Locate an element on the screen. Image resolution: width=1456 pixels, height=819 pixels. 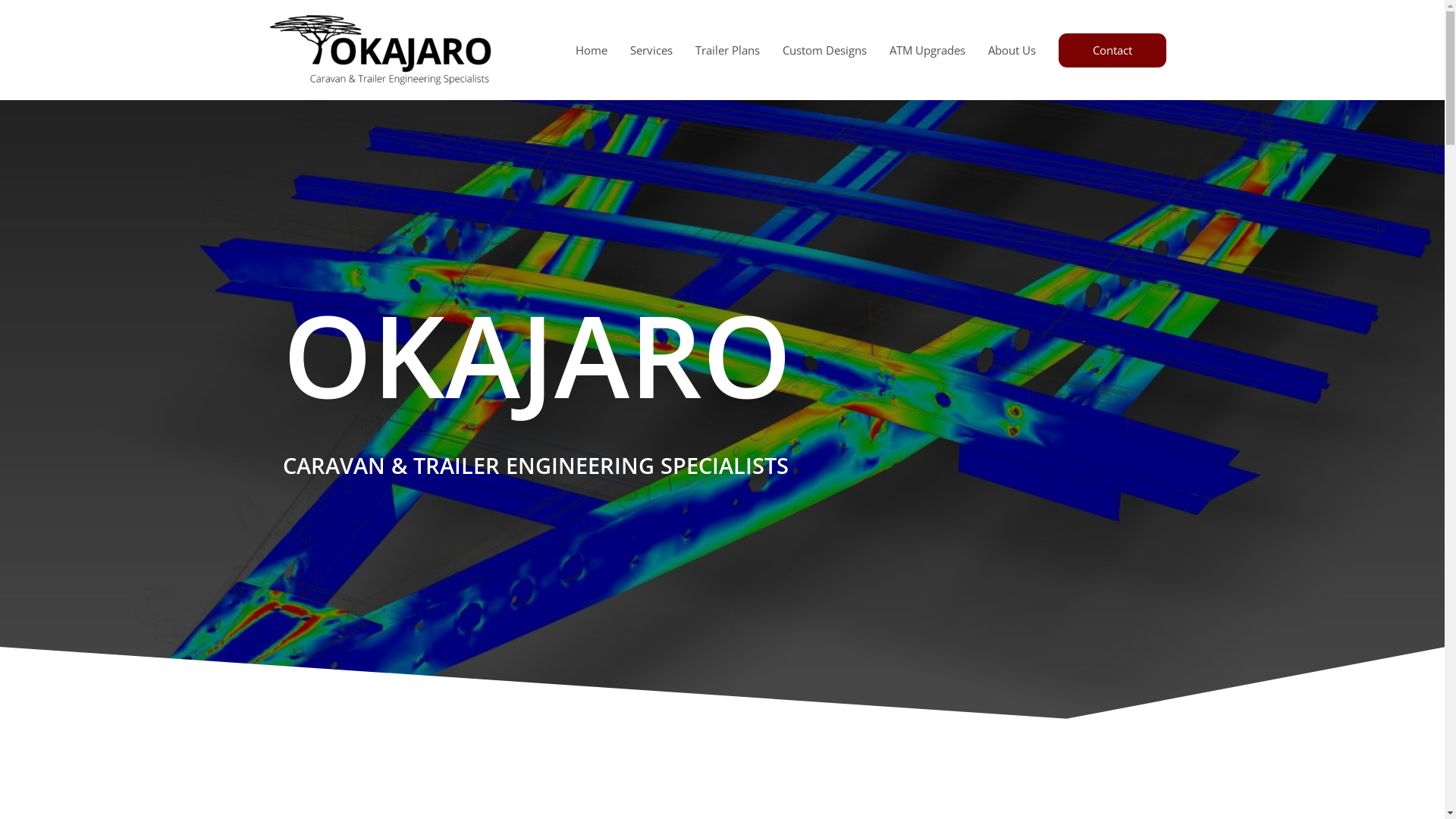
'Services' is located at coordinates (651, 49).